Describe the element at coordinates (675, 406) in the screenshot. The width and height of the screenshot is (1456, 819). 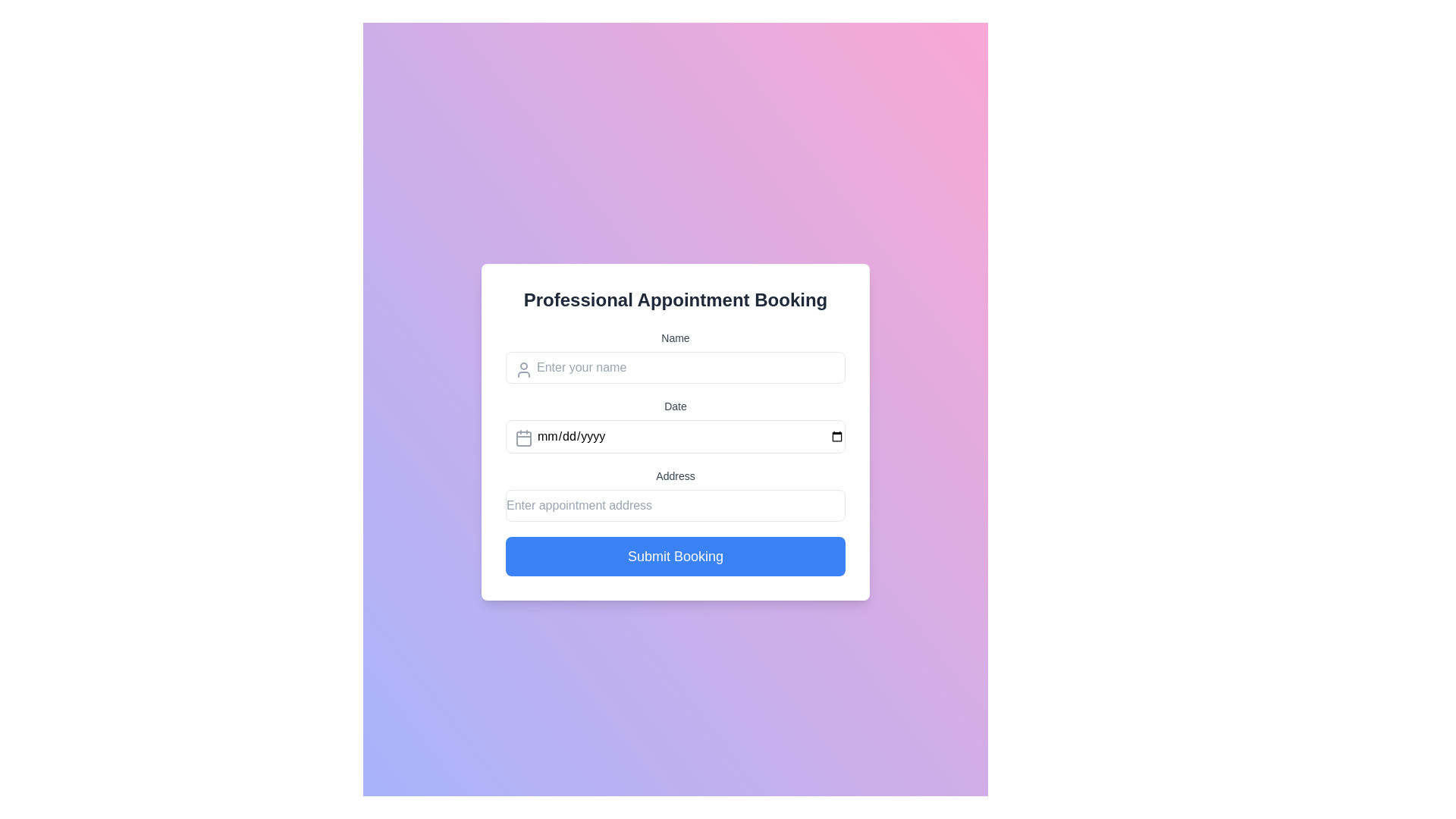
I see `the 'Date' label which is styled in a small font size and gray color, located above the input field within the booking form interface` at that location.